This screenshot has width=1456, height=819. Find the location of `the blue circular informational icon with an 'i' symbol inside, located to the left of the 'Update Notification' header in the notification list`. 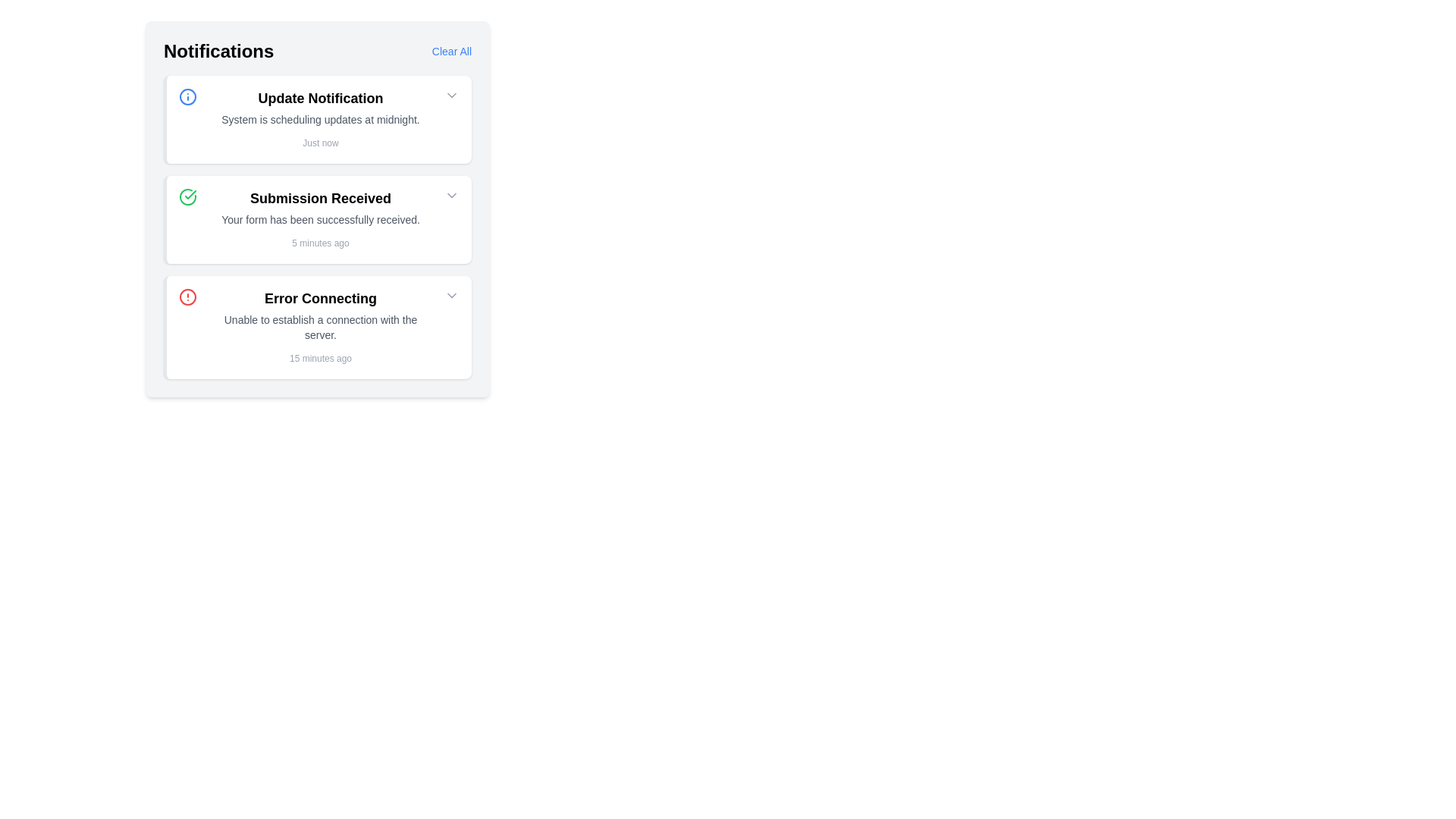

the blue circular informational icon with an 'i' symbol inside, located to the left of the 'Update Notification' header in the notification list is located at coordinates (187, 96).